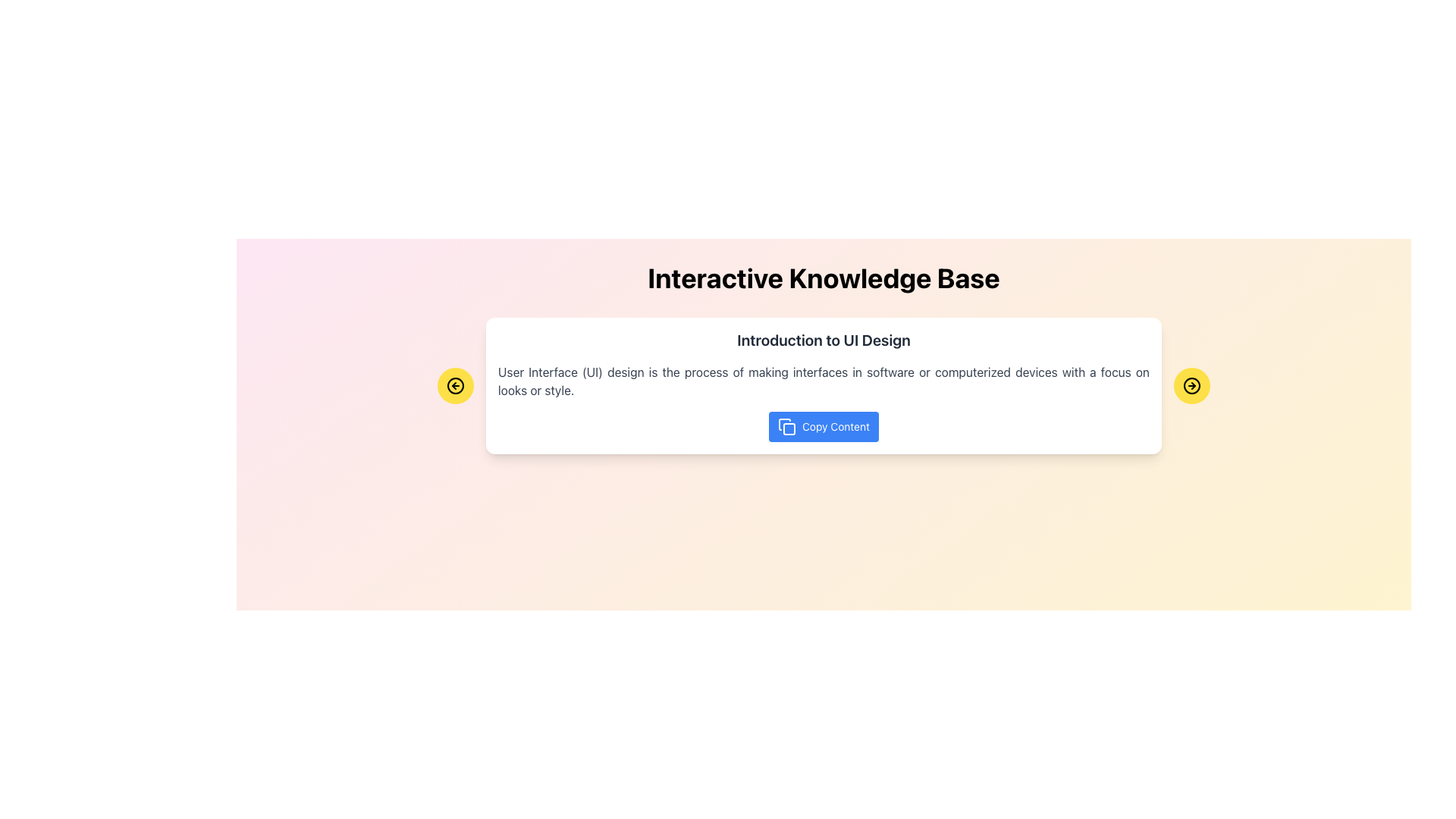 The image size is (1456, 819). Describe the element at coordinates (1191, 385) in the screenshot. I see `the navigation button located at the bottom-right corner of the content card to observe its hover effect` at that location.